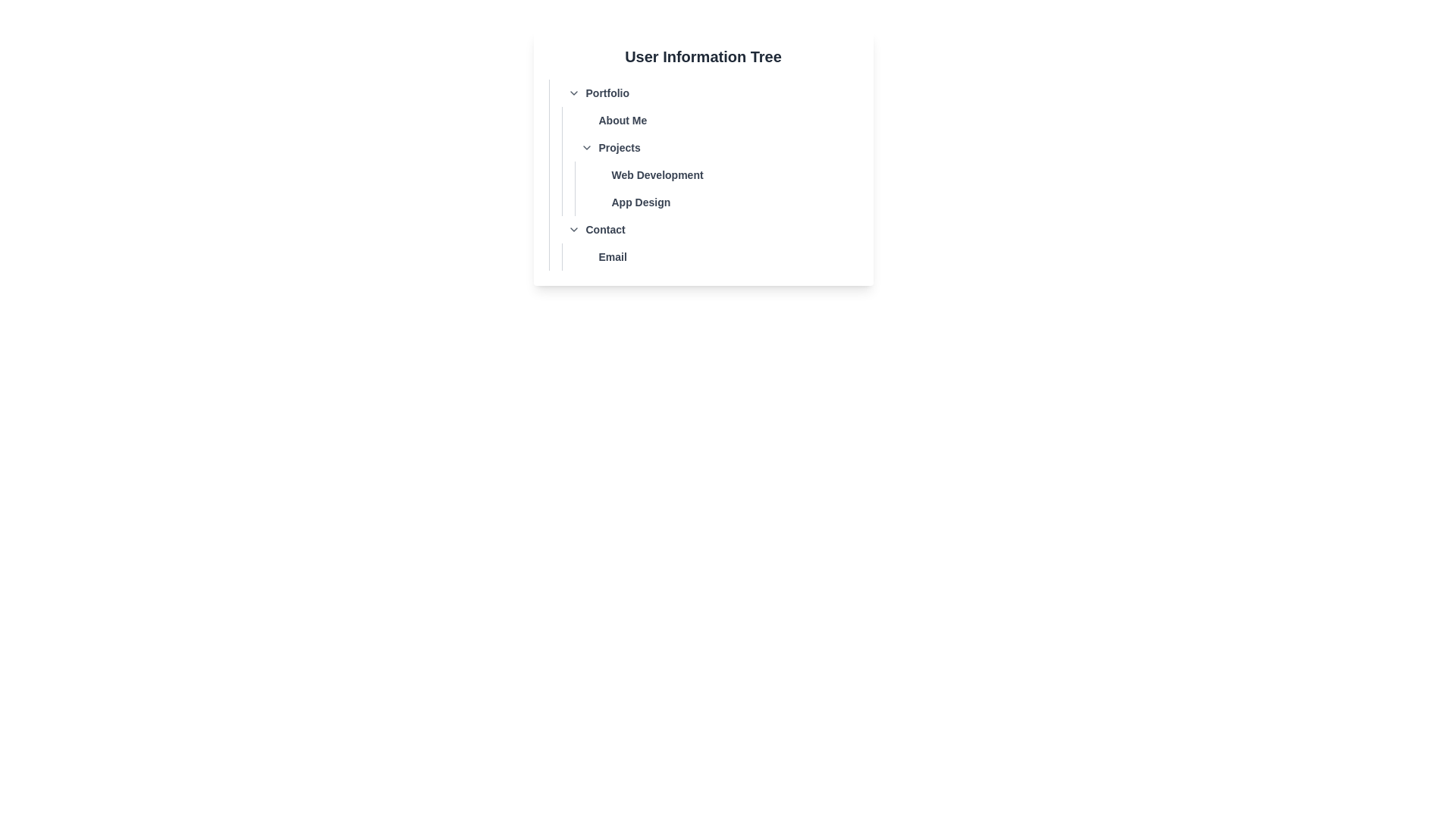  What do you see at coordinates (613, 256) in the screenshot?
I see `label displaying the word 'Email', which is a small, bold, gray-colored text located in the 'Contact' section of the User Information Tree` at bounding box center [613, 256].